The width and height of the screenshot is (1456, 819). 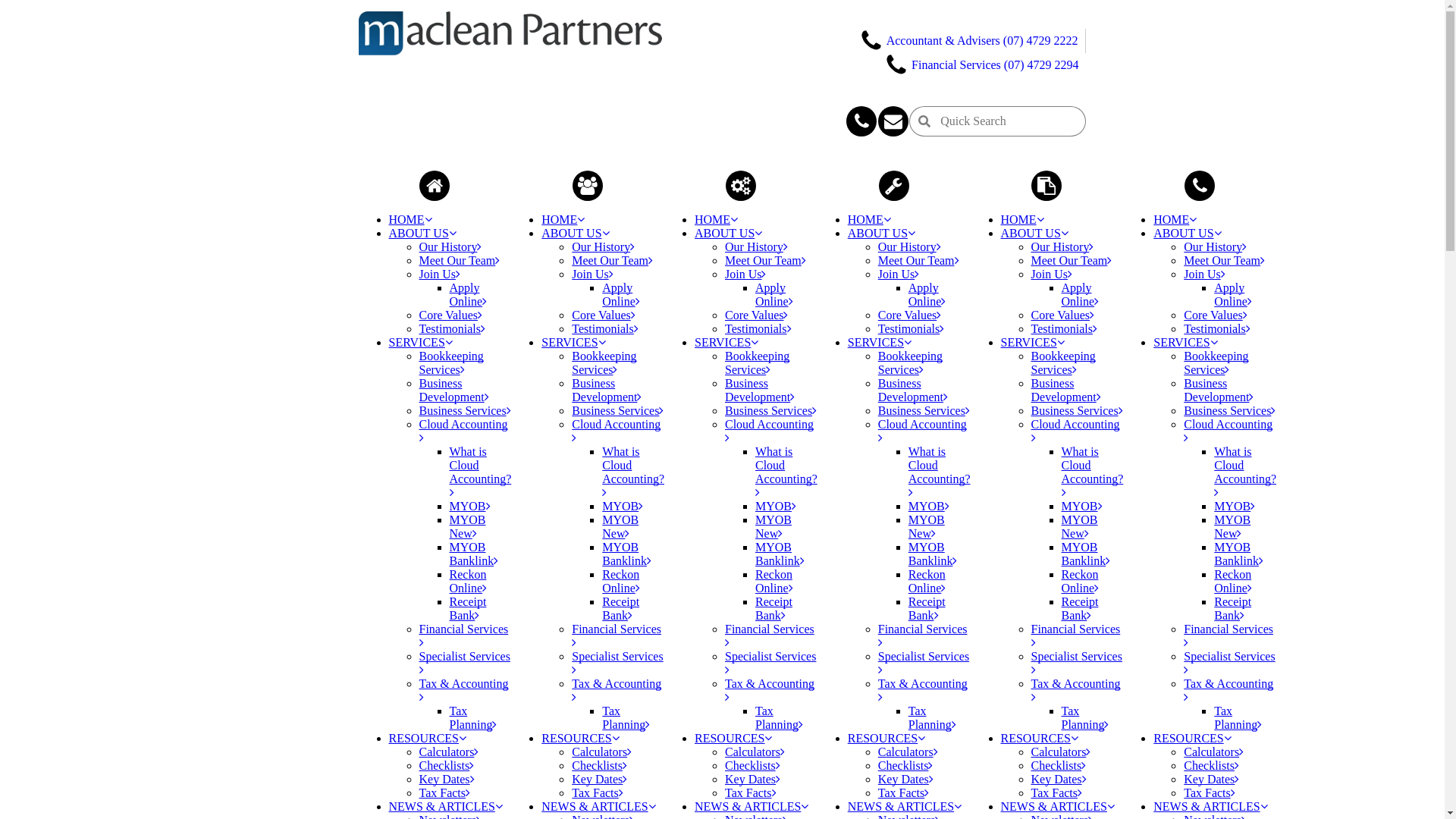 I want to click on 'Key Dates', so click(x=877, y=779).